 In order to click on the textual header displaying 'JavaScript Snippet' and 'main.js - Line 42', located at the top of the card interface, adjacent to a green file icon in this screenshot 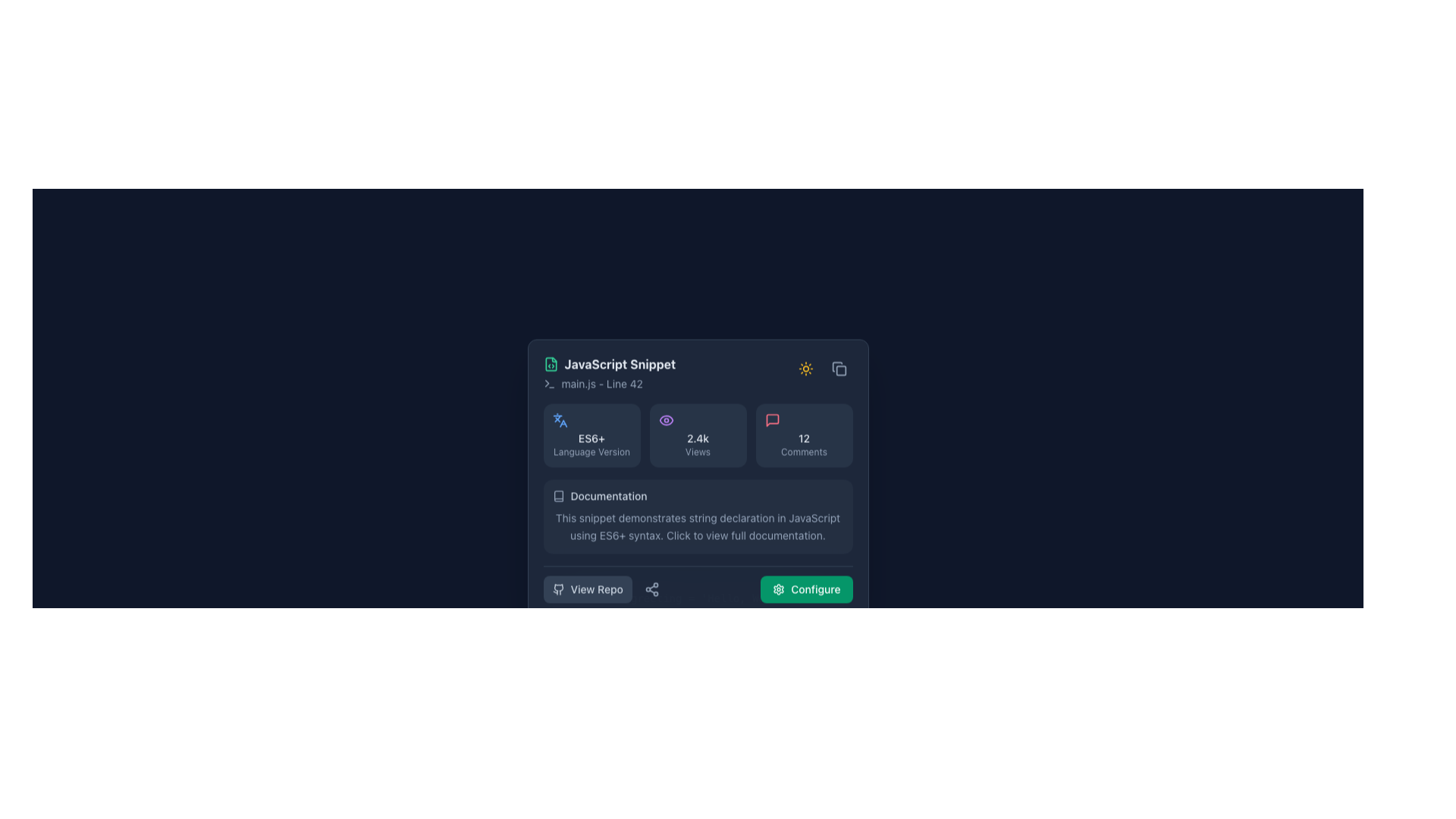, I will do `click(609, 373)`.